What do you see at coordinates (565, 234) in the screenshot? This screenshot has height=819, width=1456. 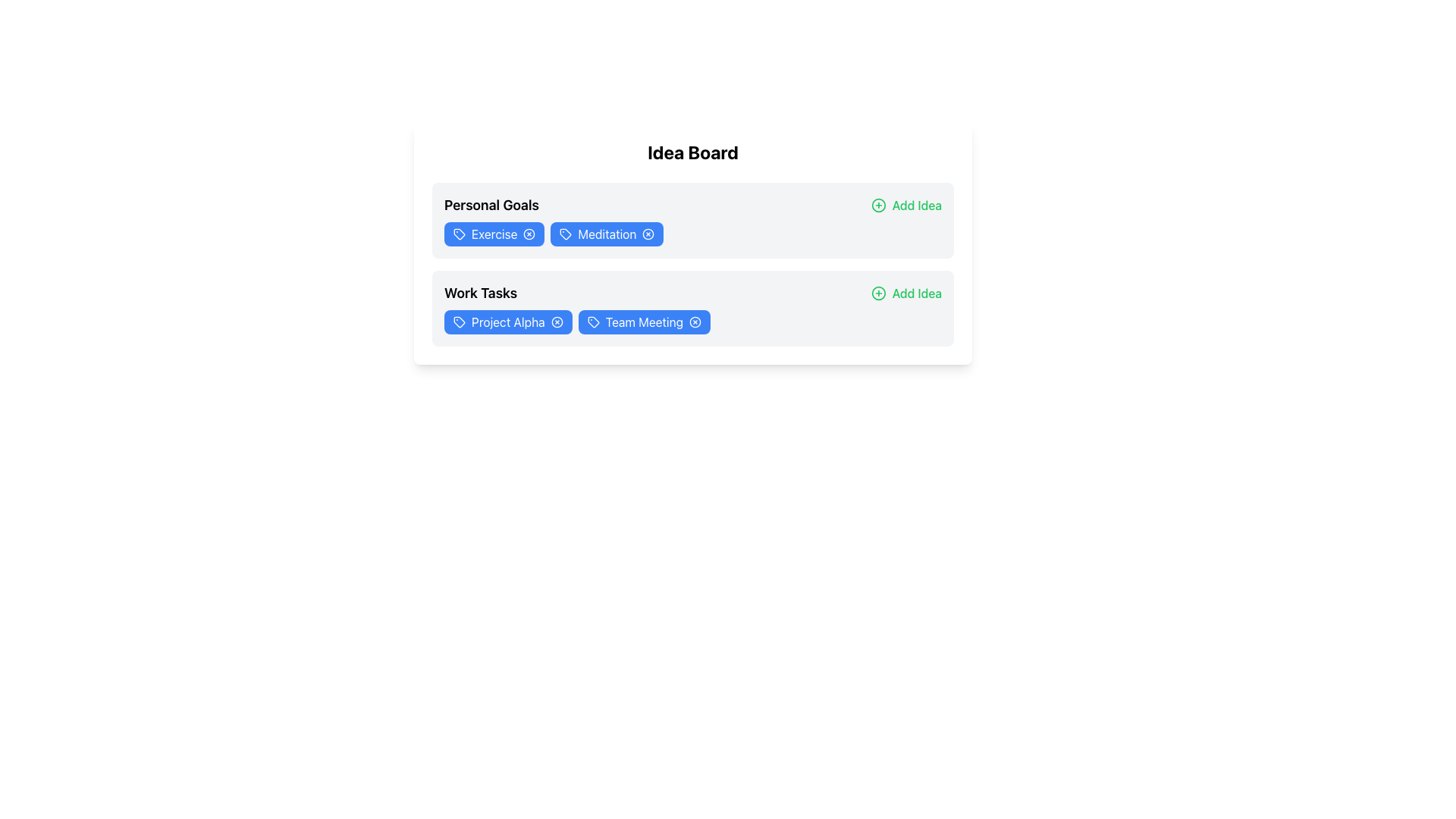 I see `the small tag icon located to the left of the 'Meditation' text within the blue rounded rectangle button for the 'Personal Goals' section` at bounding box center [565, 234].